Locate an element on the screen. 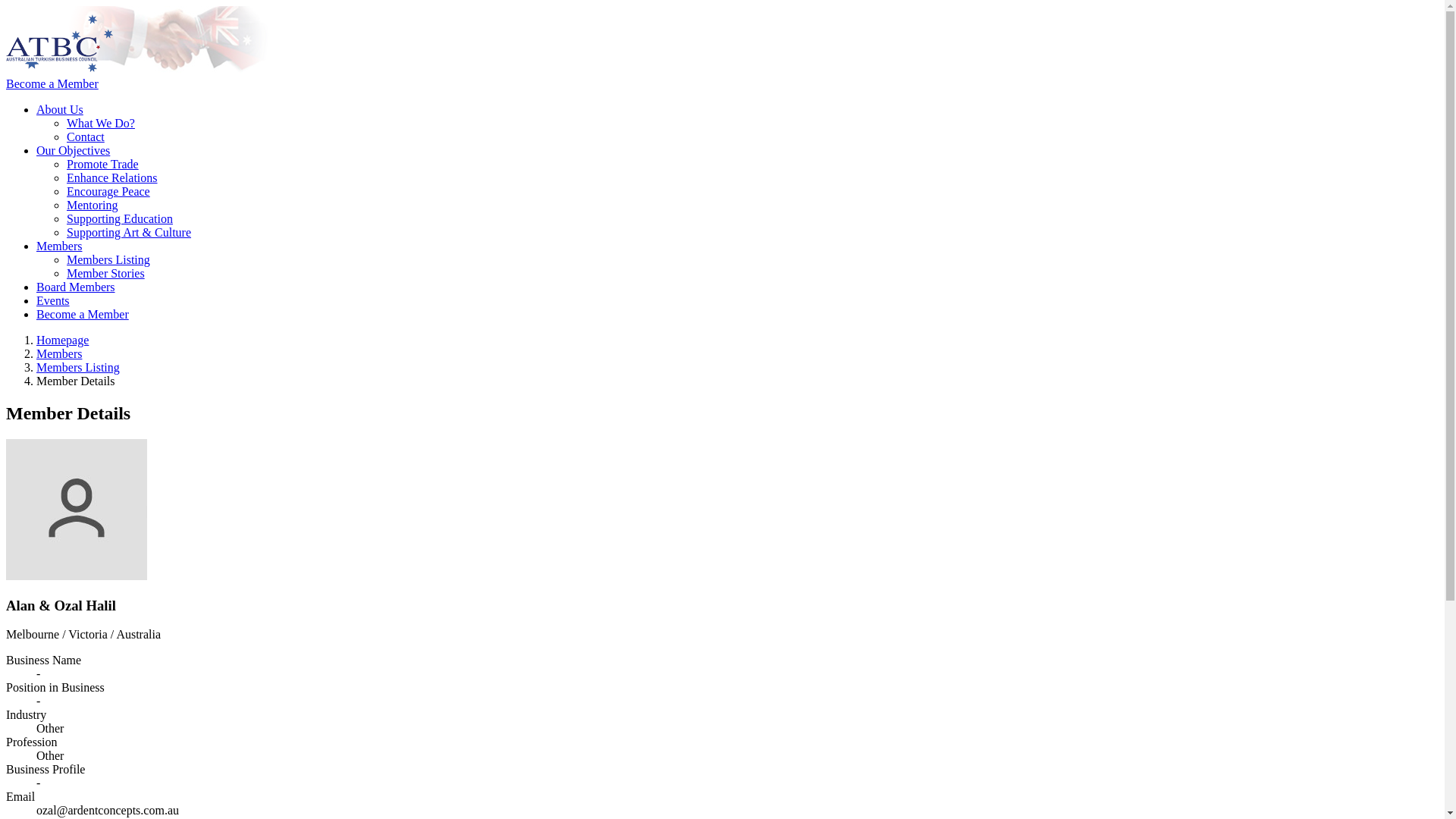 The width and height of the screenshot is (1456, 819). 'Contact' is located at coordinates (85, 136).